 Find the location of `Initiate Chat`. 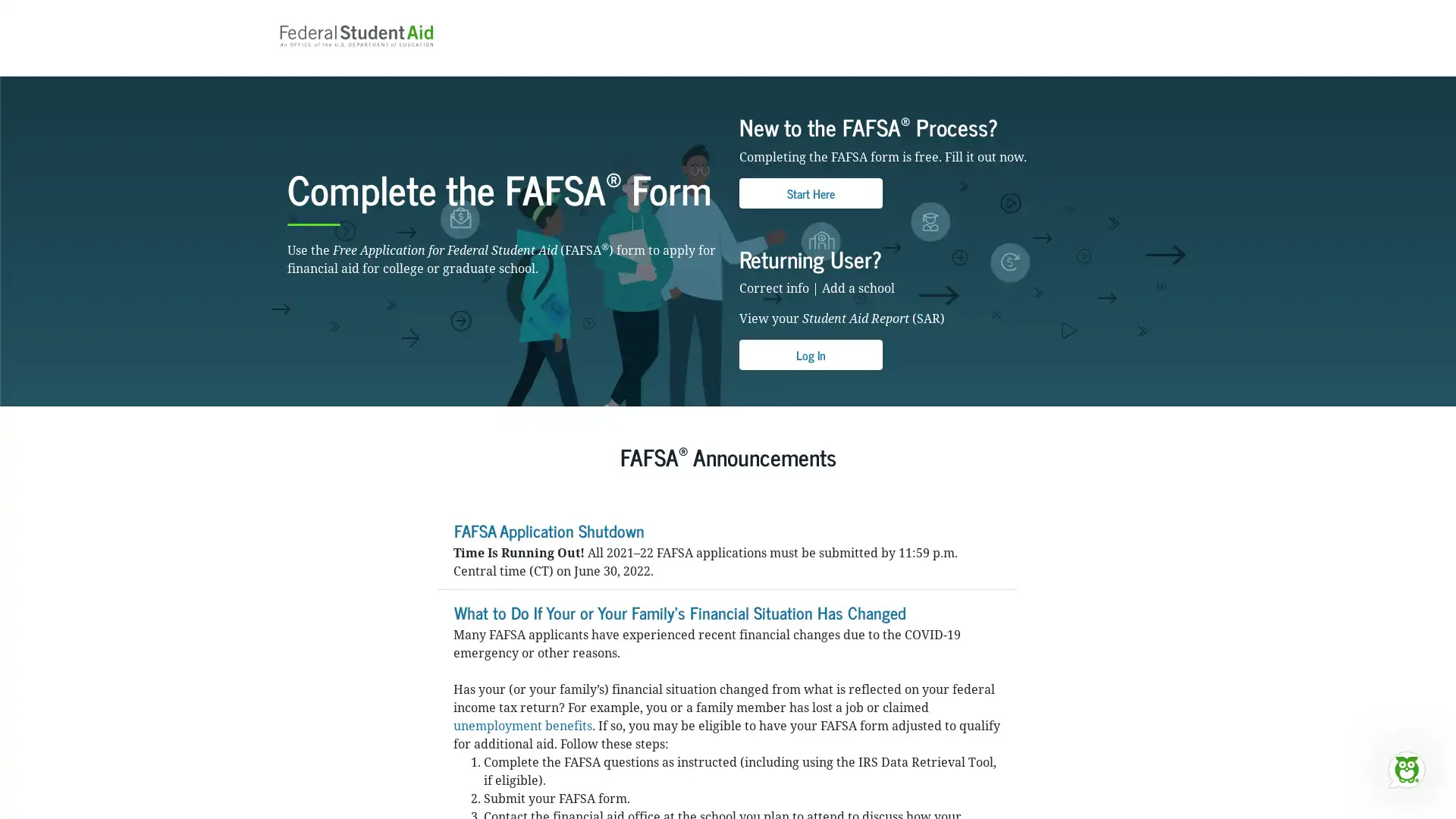

Initiate Chat is located at coordinates (1405, 769).